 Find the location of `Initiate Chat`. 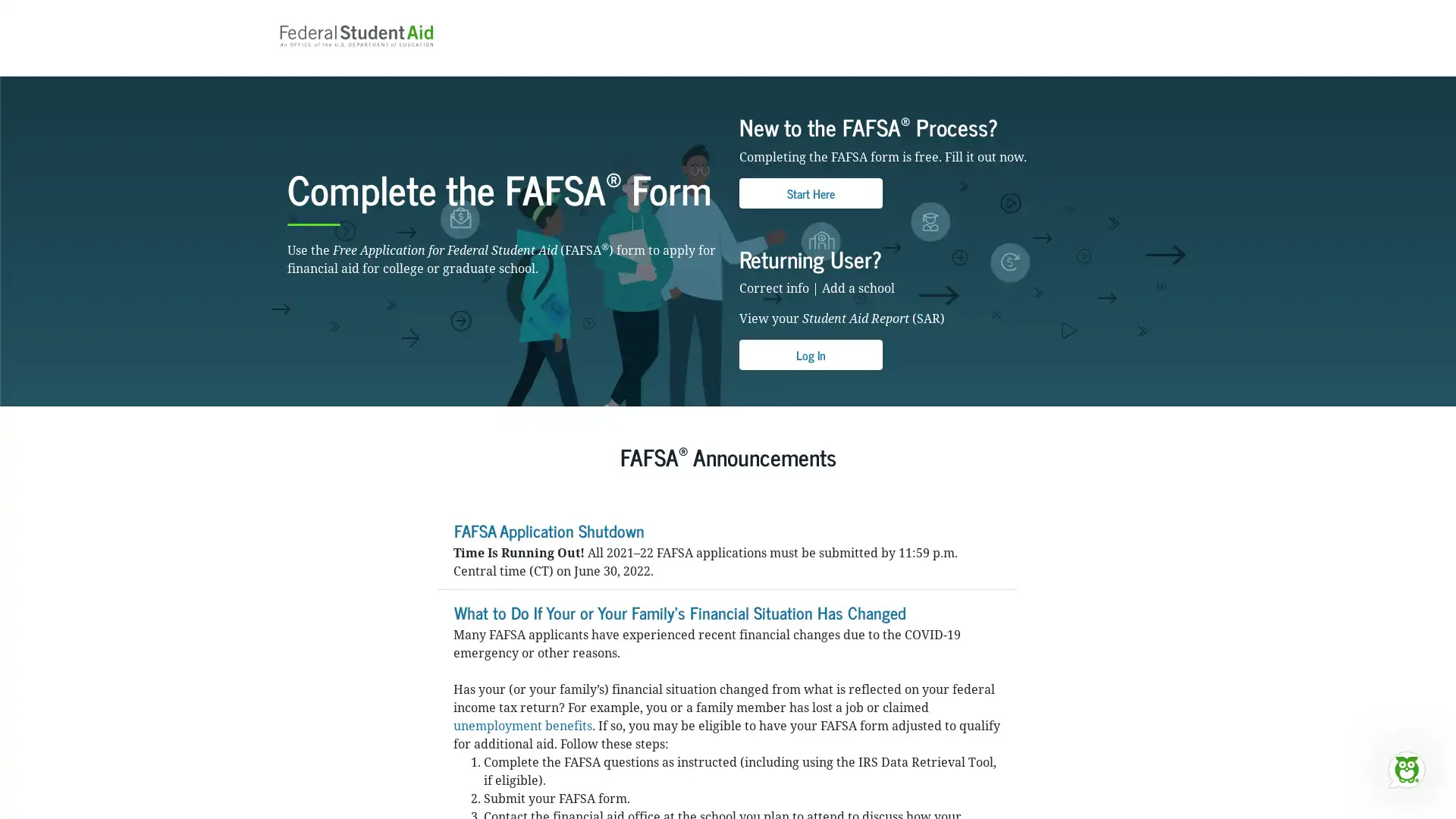

Initiate Chat is located at coordinates (1405, 769).